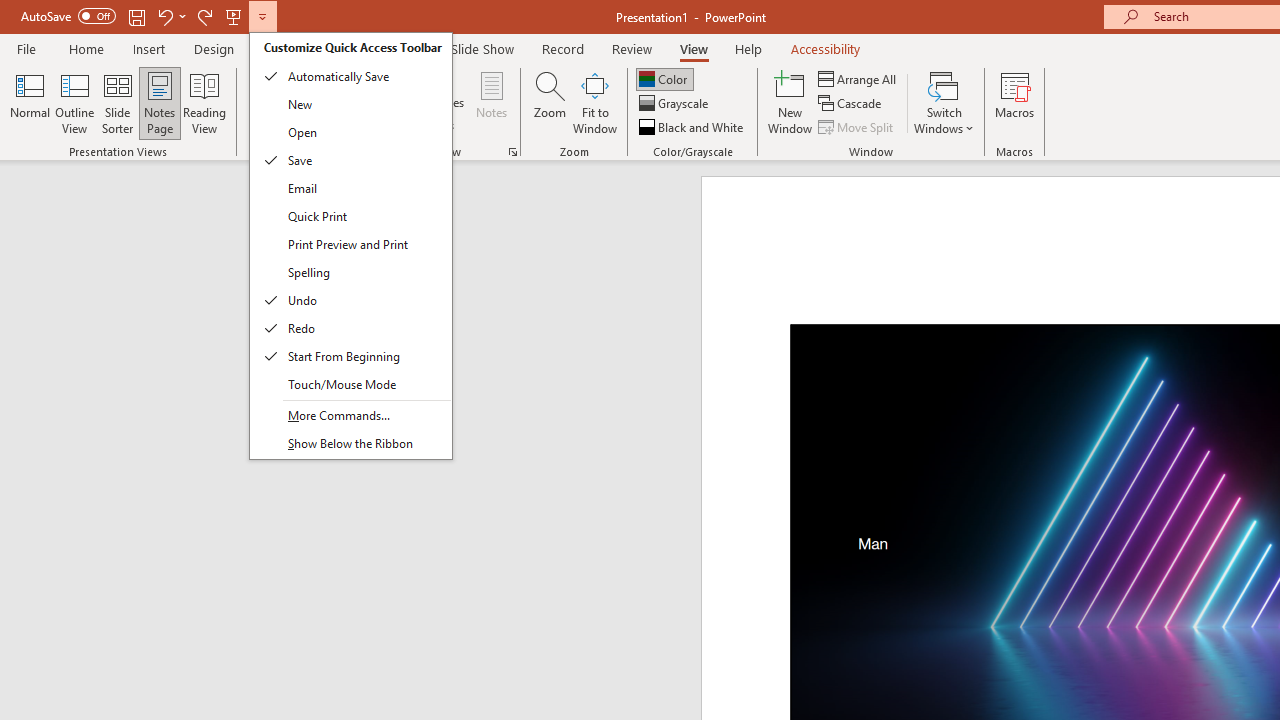 This screenshot has width=1280, height=720. I want to click on 'Grayscale', so click(675, 103).